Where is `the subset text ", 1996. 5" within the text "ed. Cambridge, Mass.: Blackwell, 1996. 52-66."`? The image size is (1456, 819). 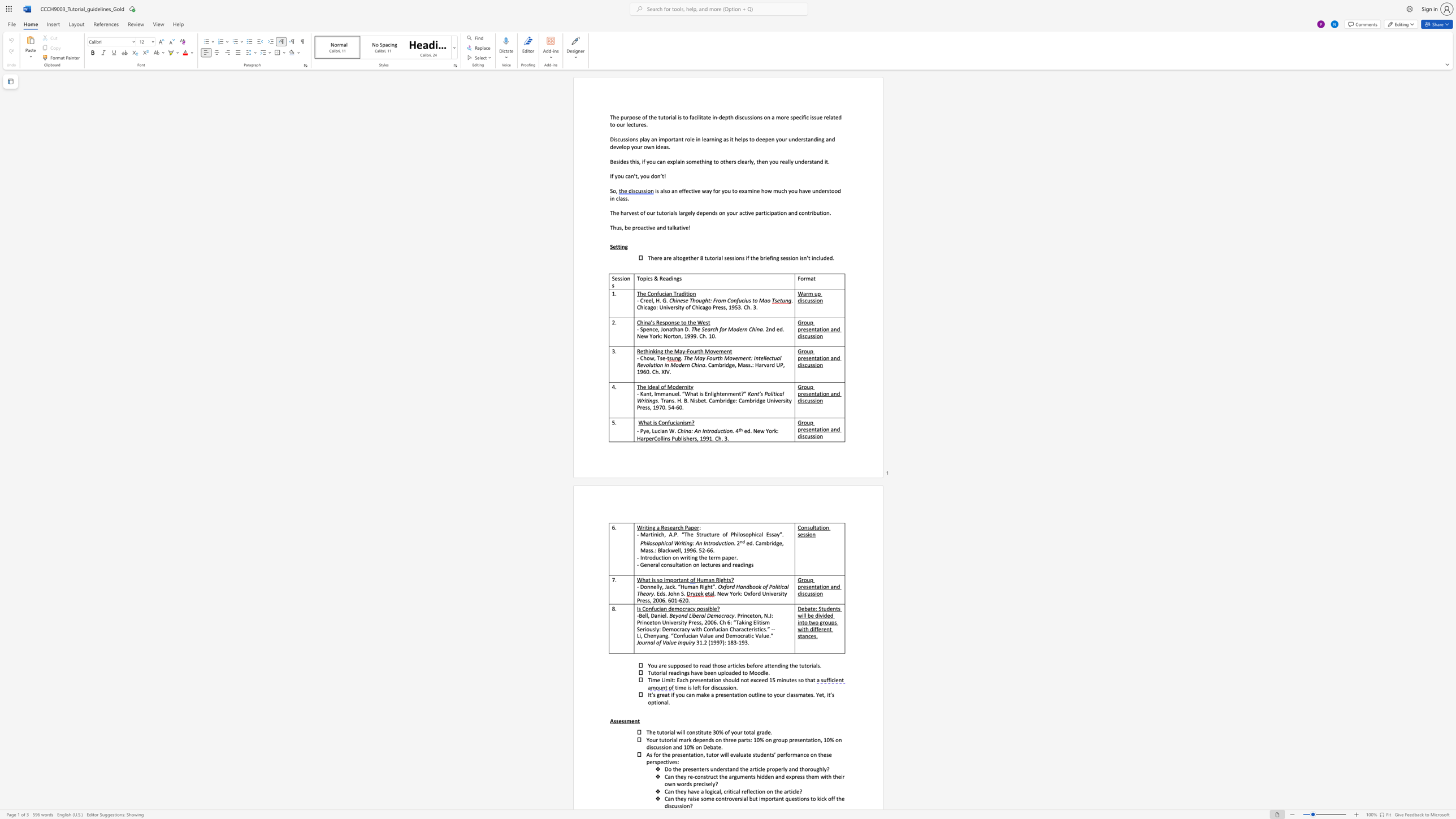 the subset text ", 1996. 5" within the text "ed. Cambridge, Mass.: Blackwell, 1996. 52-66." is located at coordinates (681, 549).